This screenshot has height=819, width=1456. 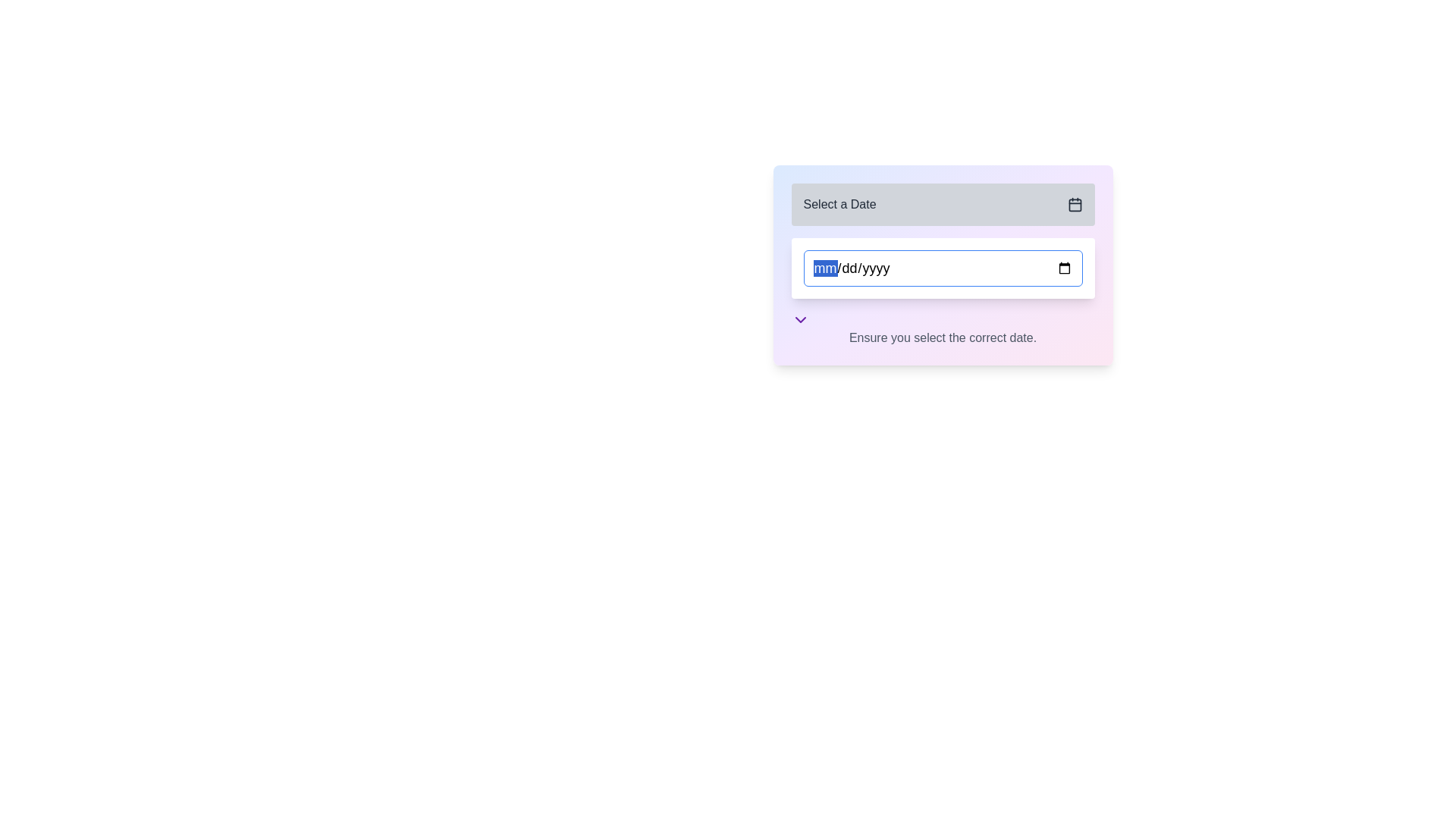 What do you see at coordinates (942, 265) in the screenshot?
I see `the date input field labeled 'mm/dd/yyyy' in the Date input component` at bounding box center [942, 265].